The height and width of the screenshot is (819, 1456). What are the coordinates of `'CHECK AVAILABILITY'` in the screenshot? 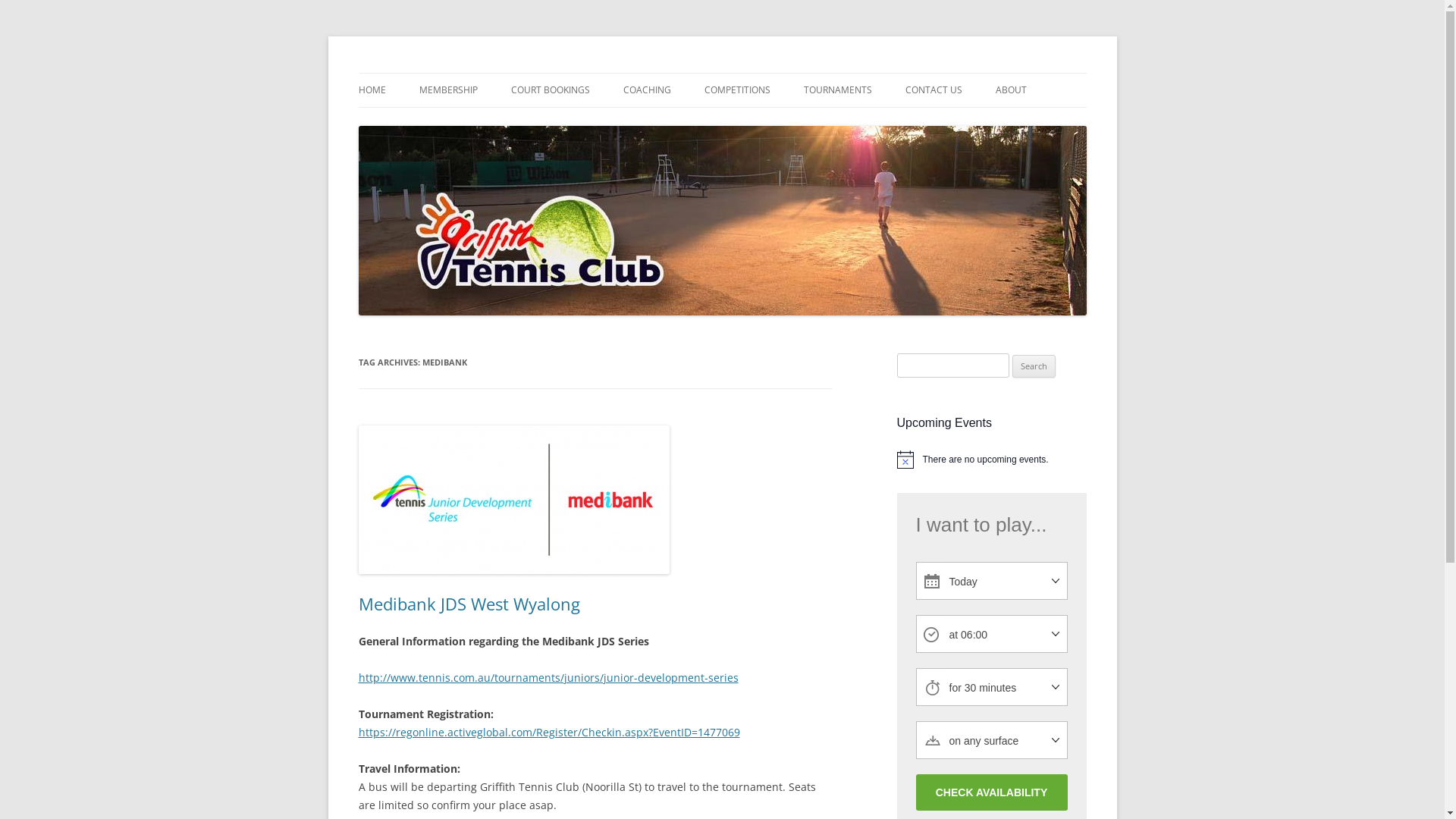 It's located at (991, 792).